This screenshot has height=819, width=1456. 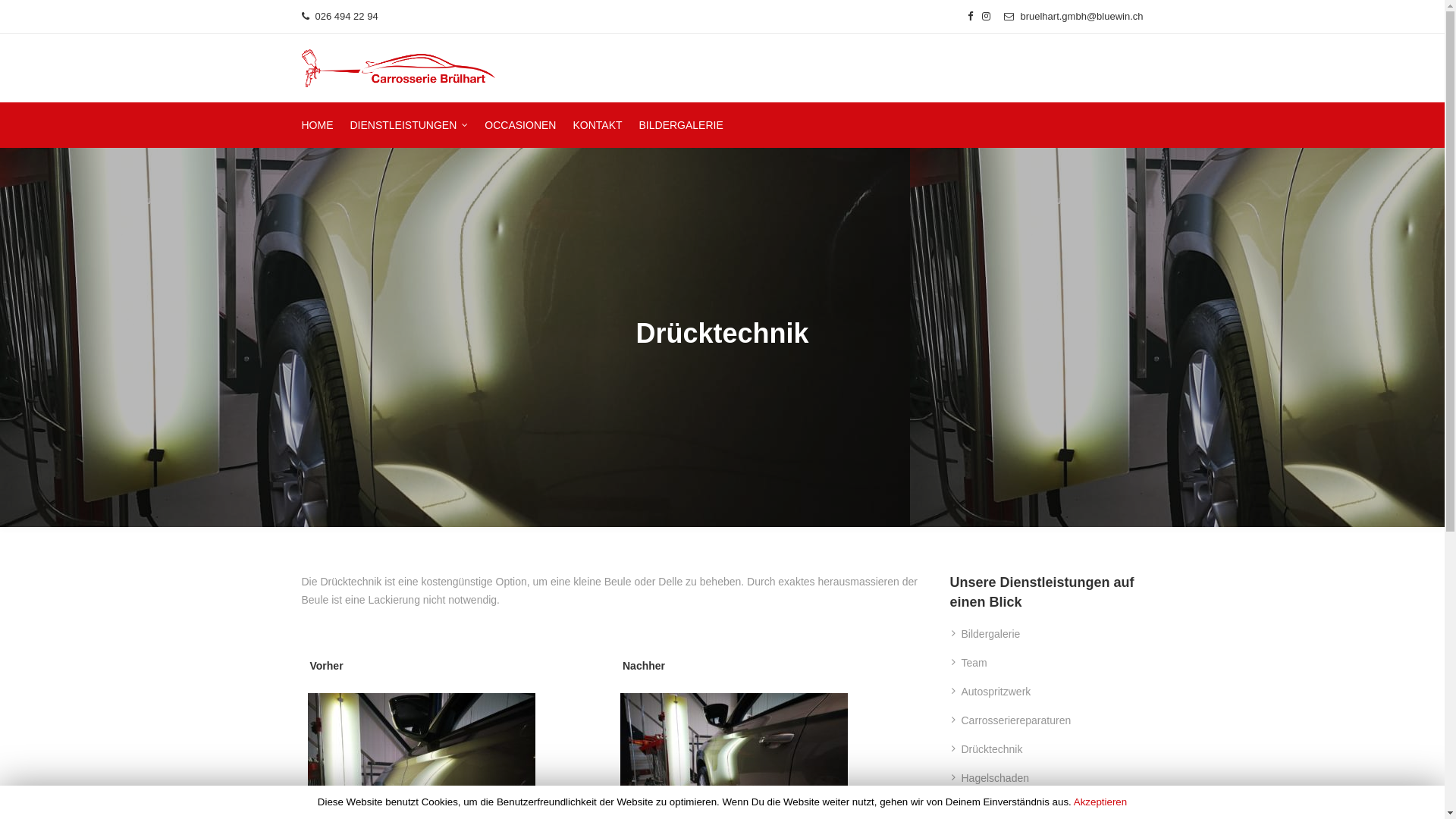 I want to click on 'Hagelschaden', so click(x=996, y=778).